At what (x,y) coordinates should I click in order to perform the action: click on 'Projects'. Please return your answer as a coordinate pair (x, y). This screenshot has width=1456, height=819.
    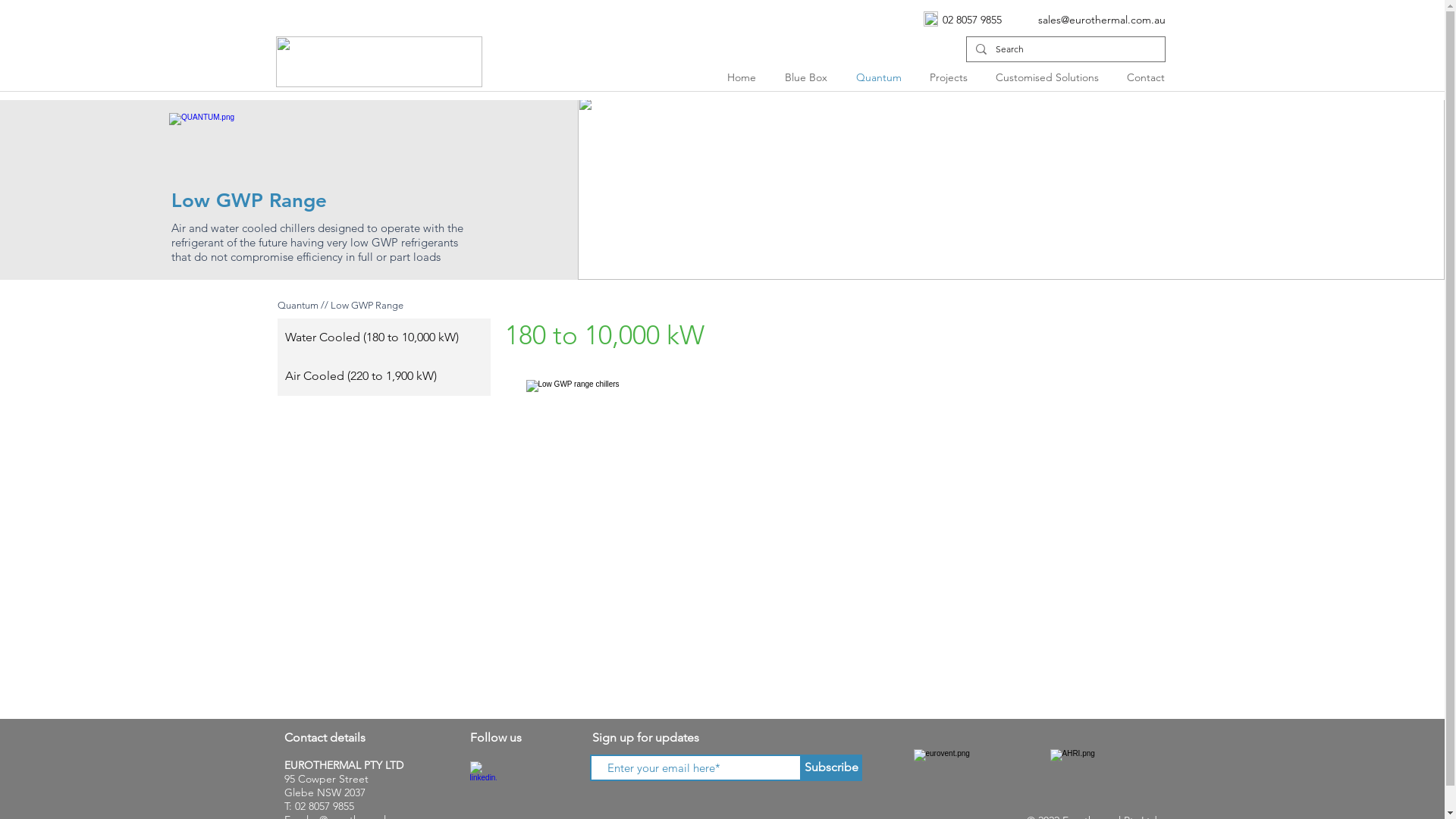
    Looking at the image, I should click on (916, 77).